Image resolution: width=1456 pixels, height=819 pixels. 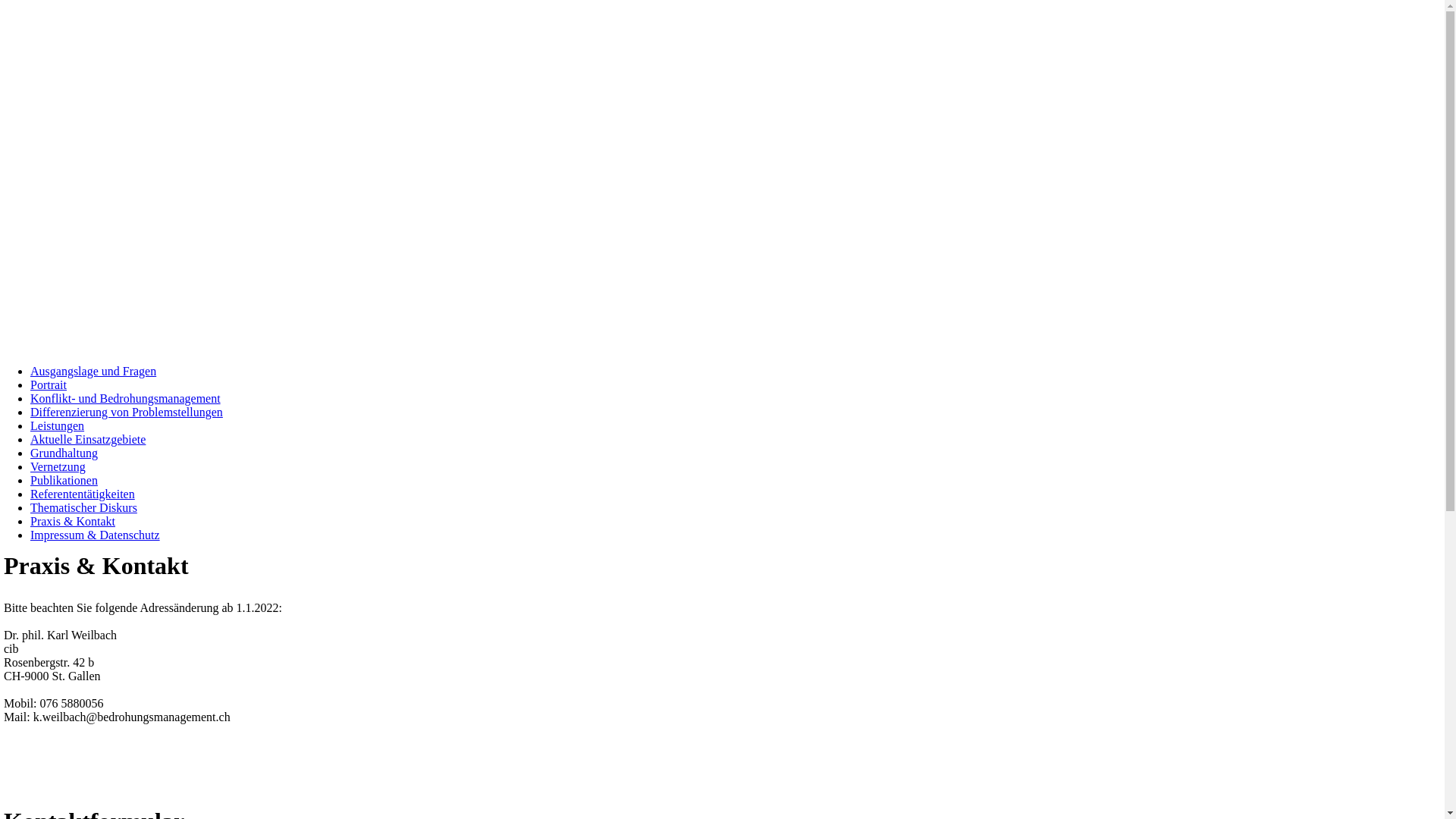 I want to click on 'Portrait', so click(x=48, y=384).